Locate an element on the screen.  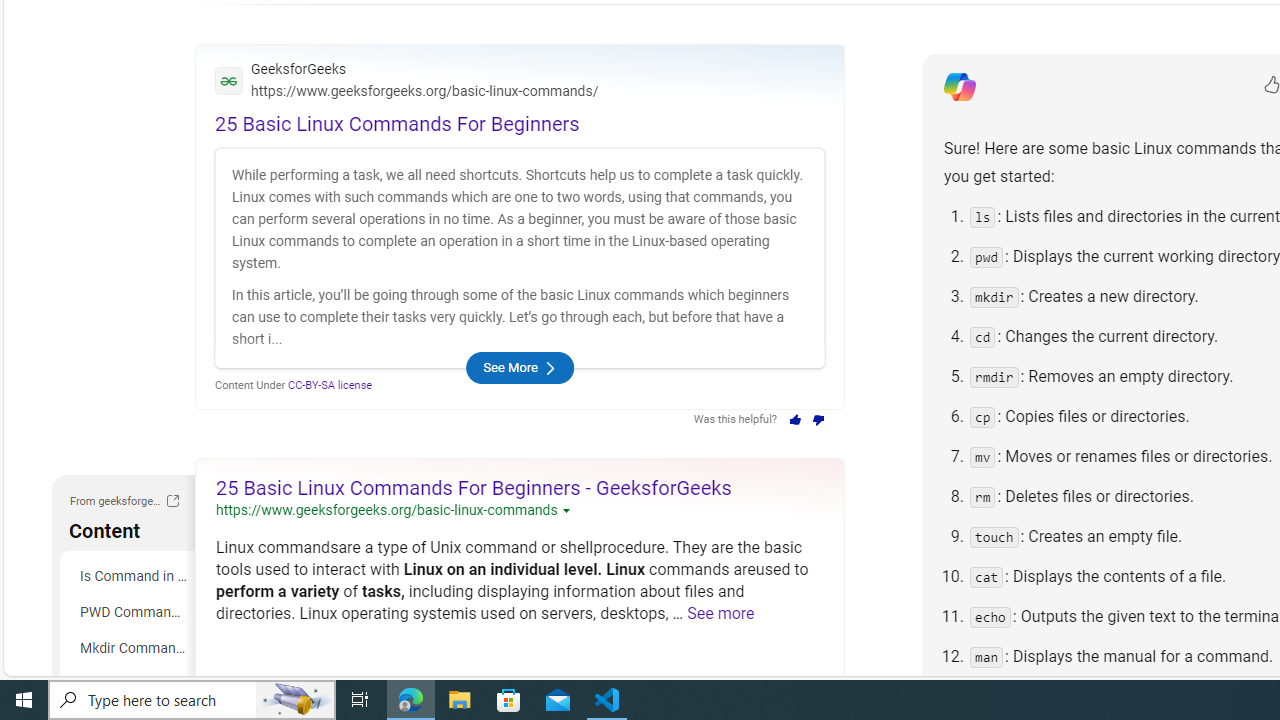
'CD Command in Linux' is located at coordinates (130, 683).